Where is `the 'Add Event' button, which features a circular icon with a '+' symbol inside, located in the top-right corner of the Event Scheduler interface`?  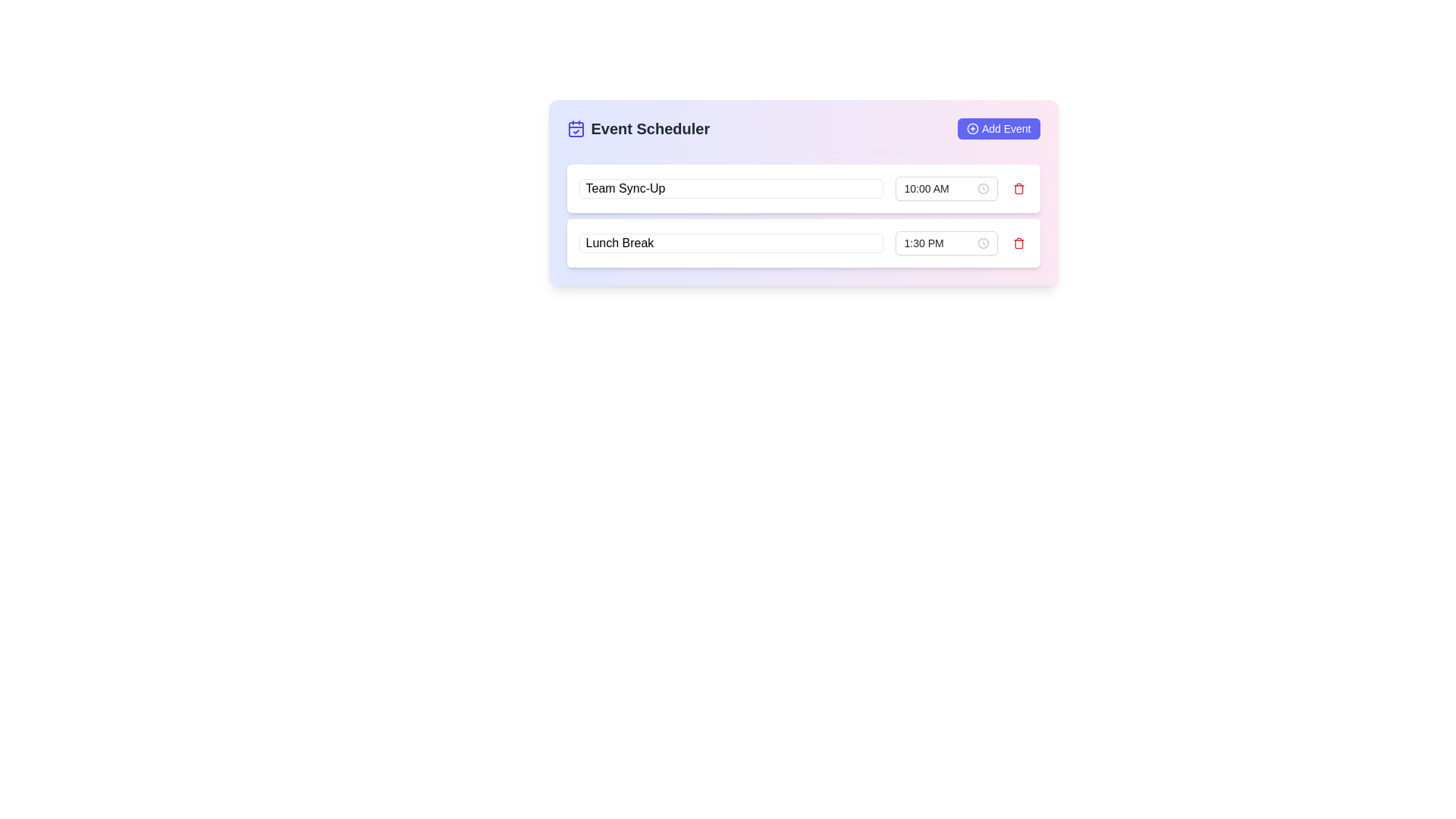 the 'Add Event' button, which features a circular icon with a '+' symbol inside, located in the top-right corner of the Event Scheduler interface is located at coordinates (972, 127).